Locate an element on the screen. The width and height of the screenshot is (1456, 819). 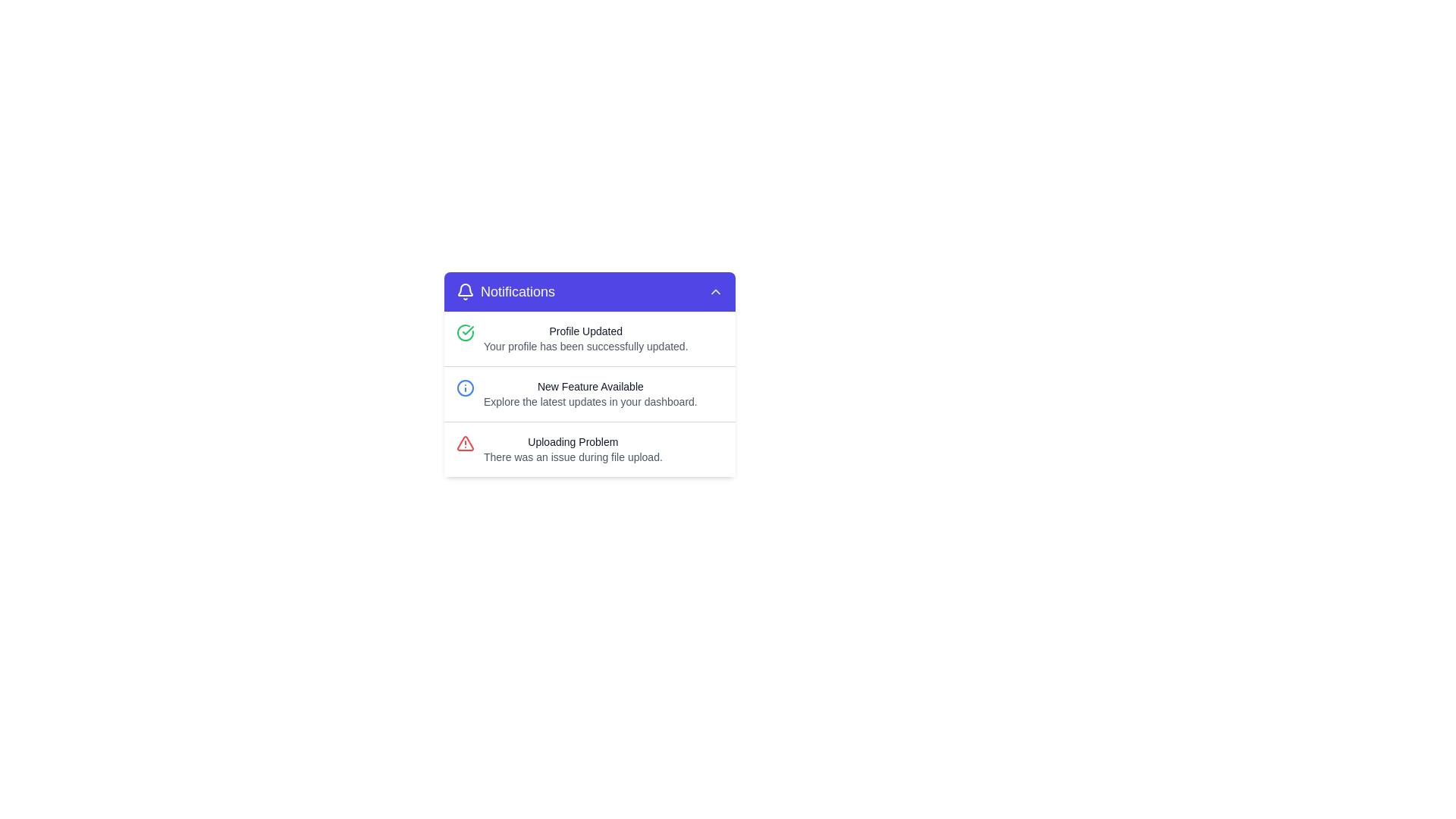
the informative icon located to the left of the text 'New Feature Available Explore the latest updates in your dashboard.' in the notification panel is located at coordinates (465, 388).